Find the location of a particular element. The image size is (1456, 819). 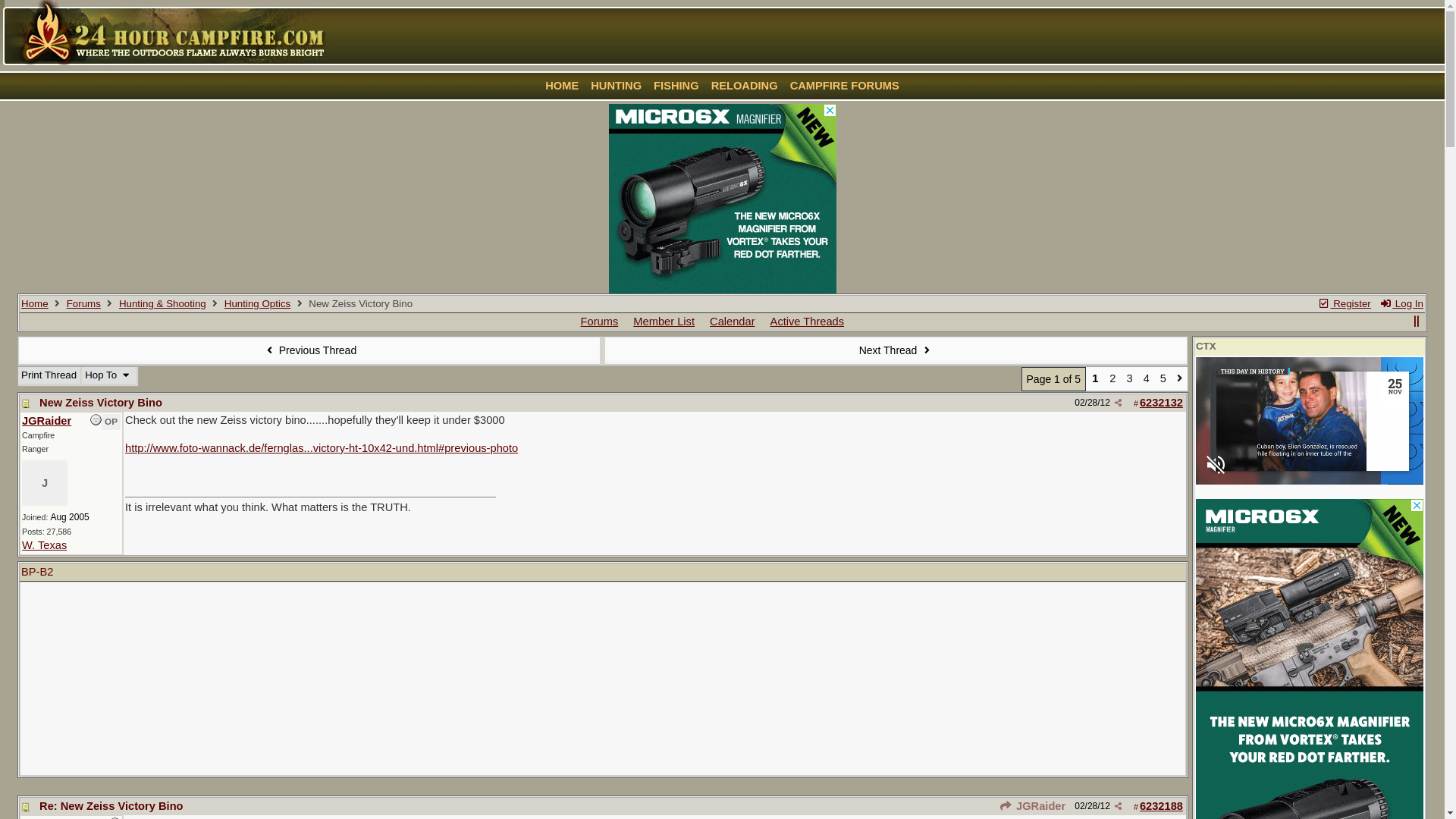

'Calendar' is located at coordinates (732, 321).